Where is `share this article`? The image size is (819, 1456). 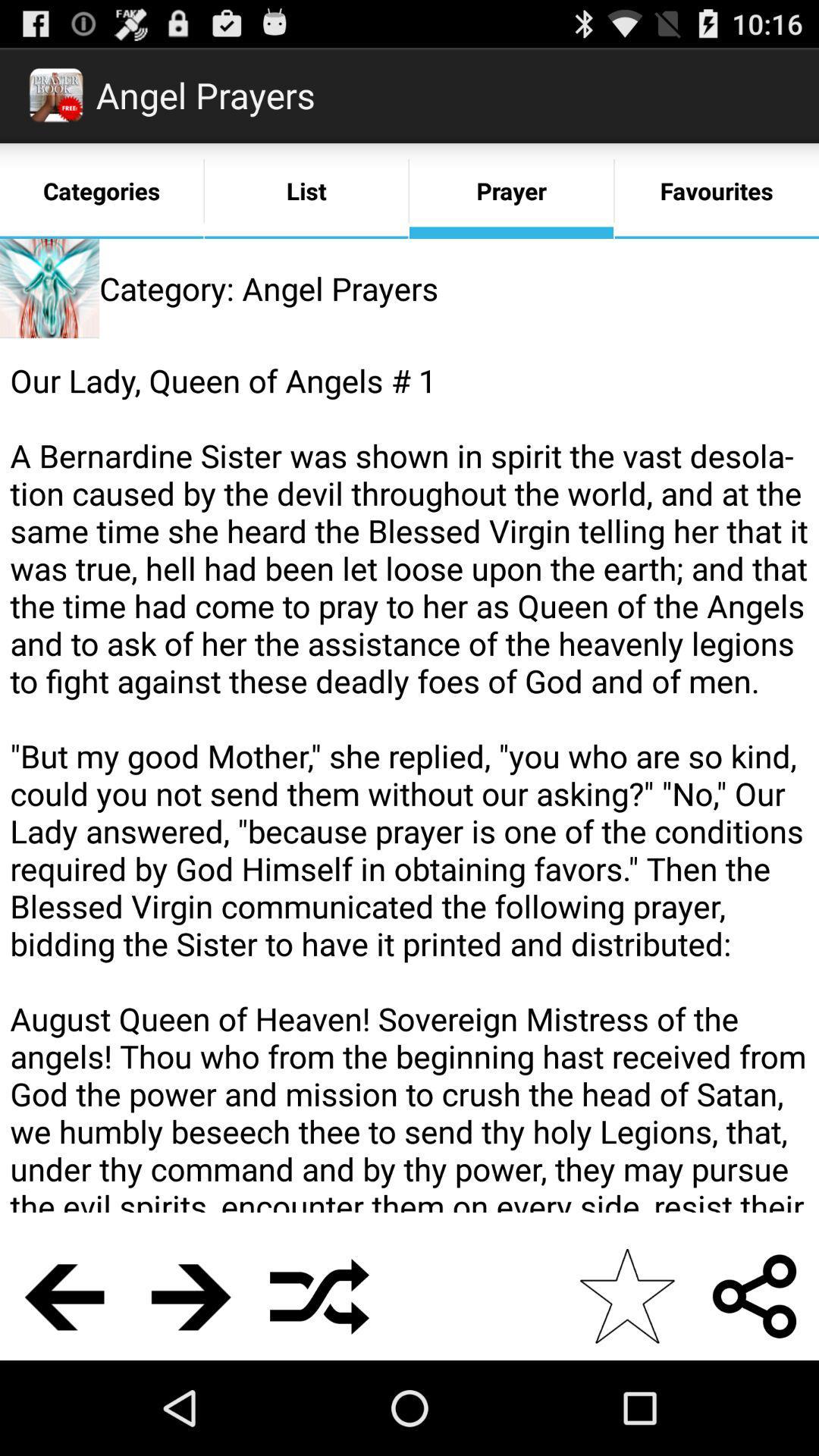 share this article is located at coordinates (755, 1295).